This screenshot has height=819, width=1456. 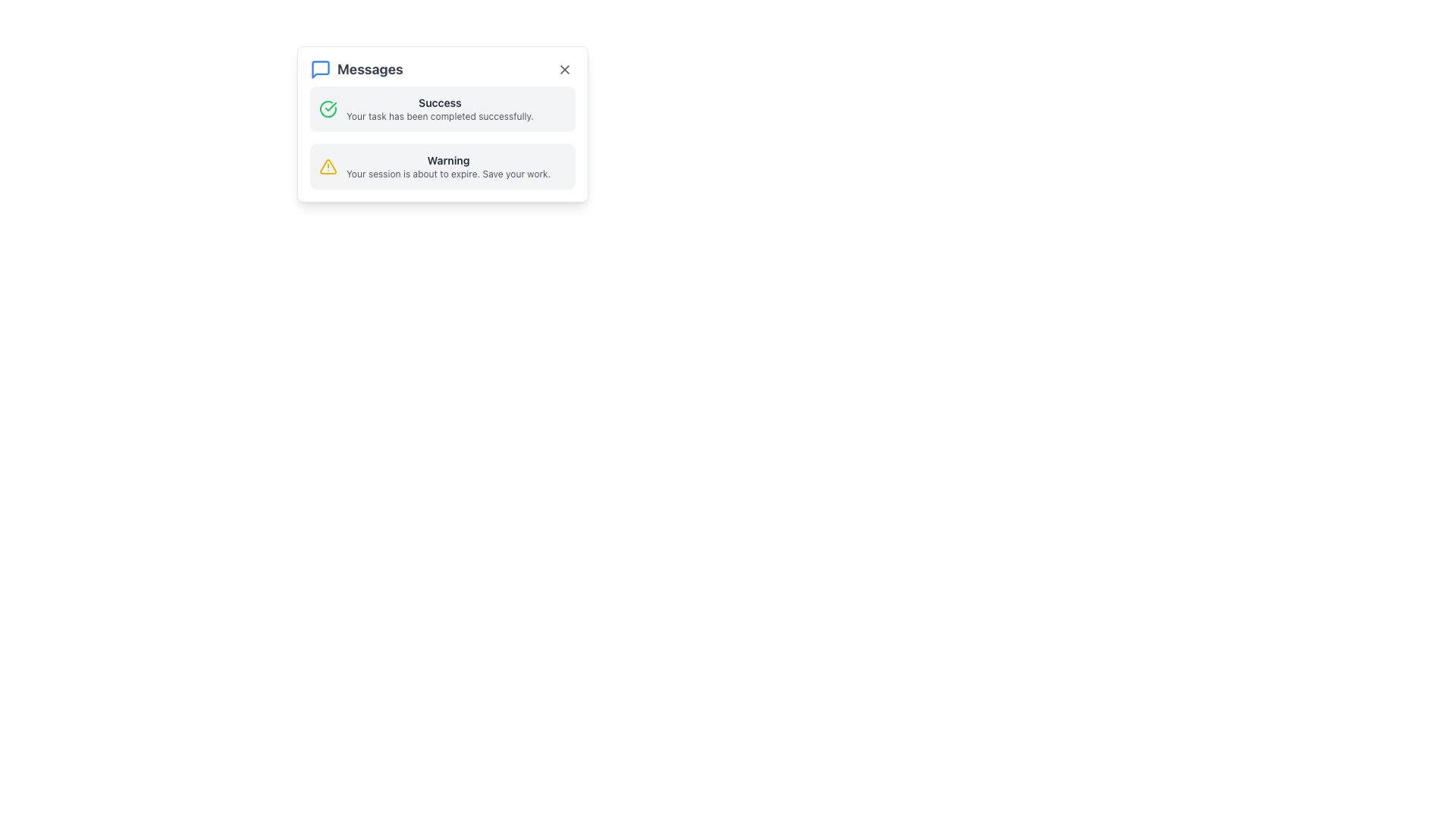 What do you see at coordinates (439, 102) in the screenshot?
I see `the success notification title Text Label located at the top-center of the 'Messages' notification card` at bounding box center [439, 102].